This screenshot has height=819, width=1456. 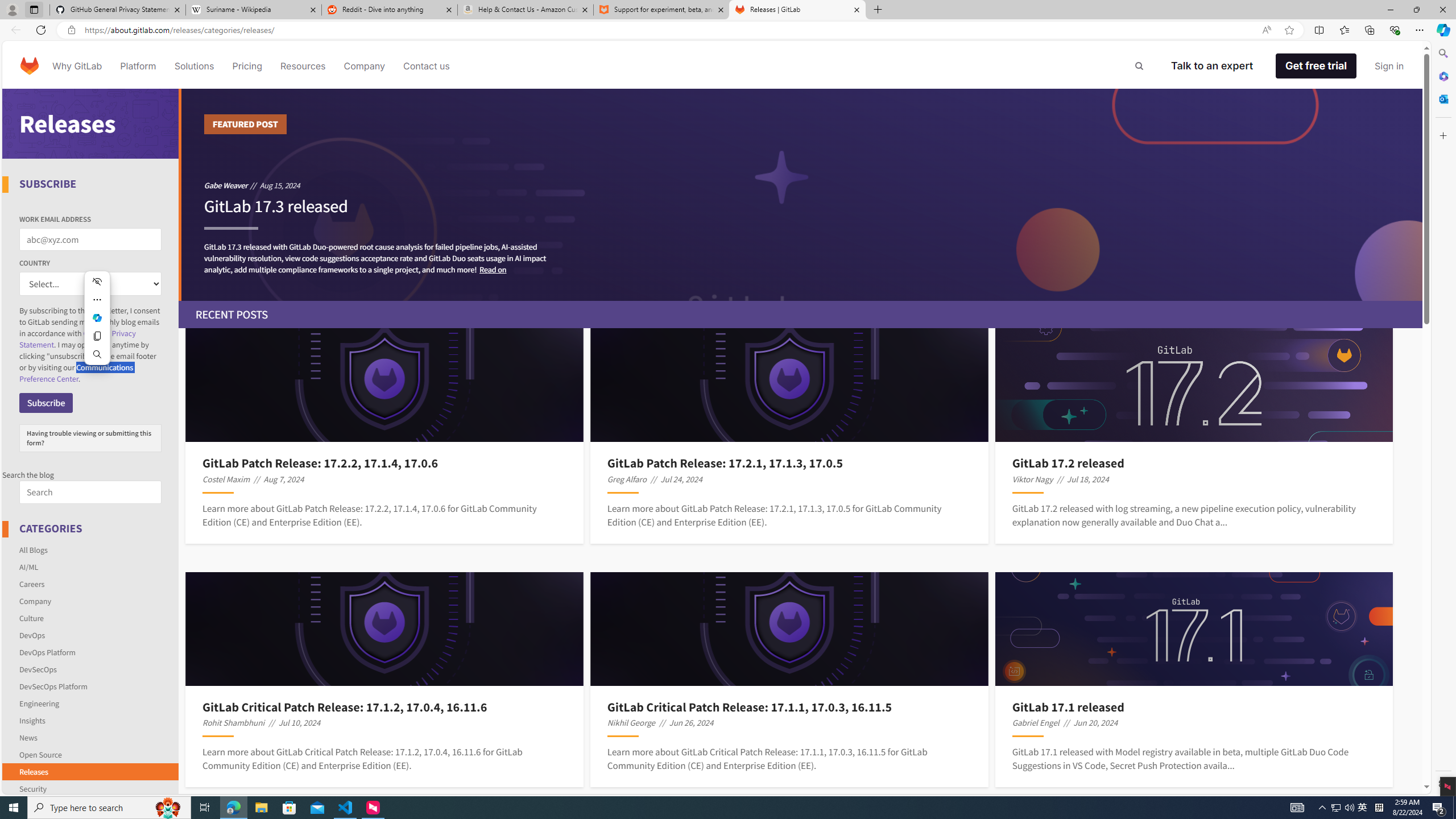 What do you see at coordinates (97, 299) in the screenshot?
I see `'More actions'` at bounding box center [97, 299].